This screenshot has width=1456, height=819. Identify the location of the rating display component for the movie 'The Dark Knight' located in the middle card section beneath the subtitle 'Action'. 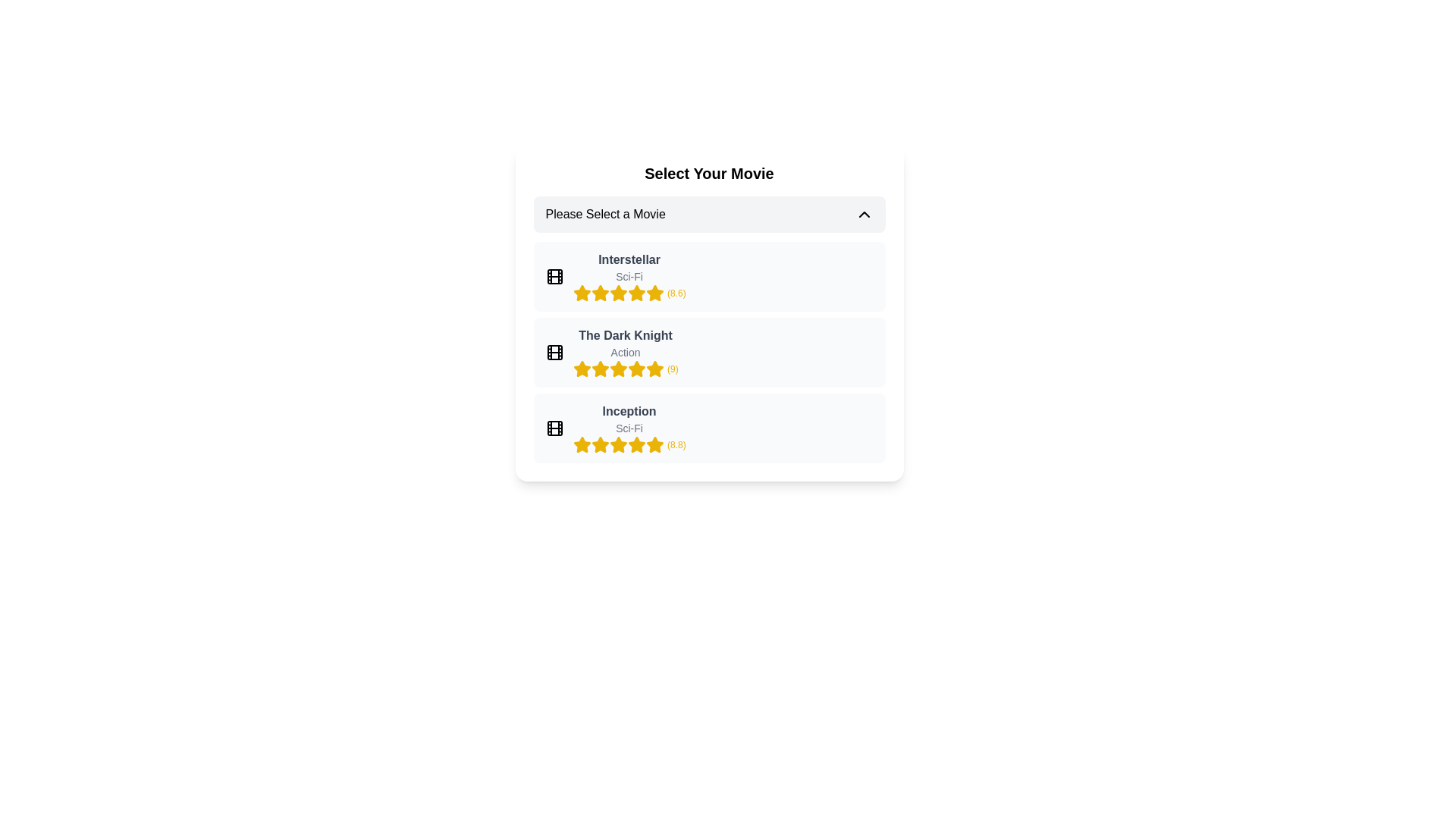
(626, 369).